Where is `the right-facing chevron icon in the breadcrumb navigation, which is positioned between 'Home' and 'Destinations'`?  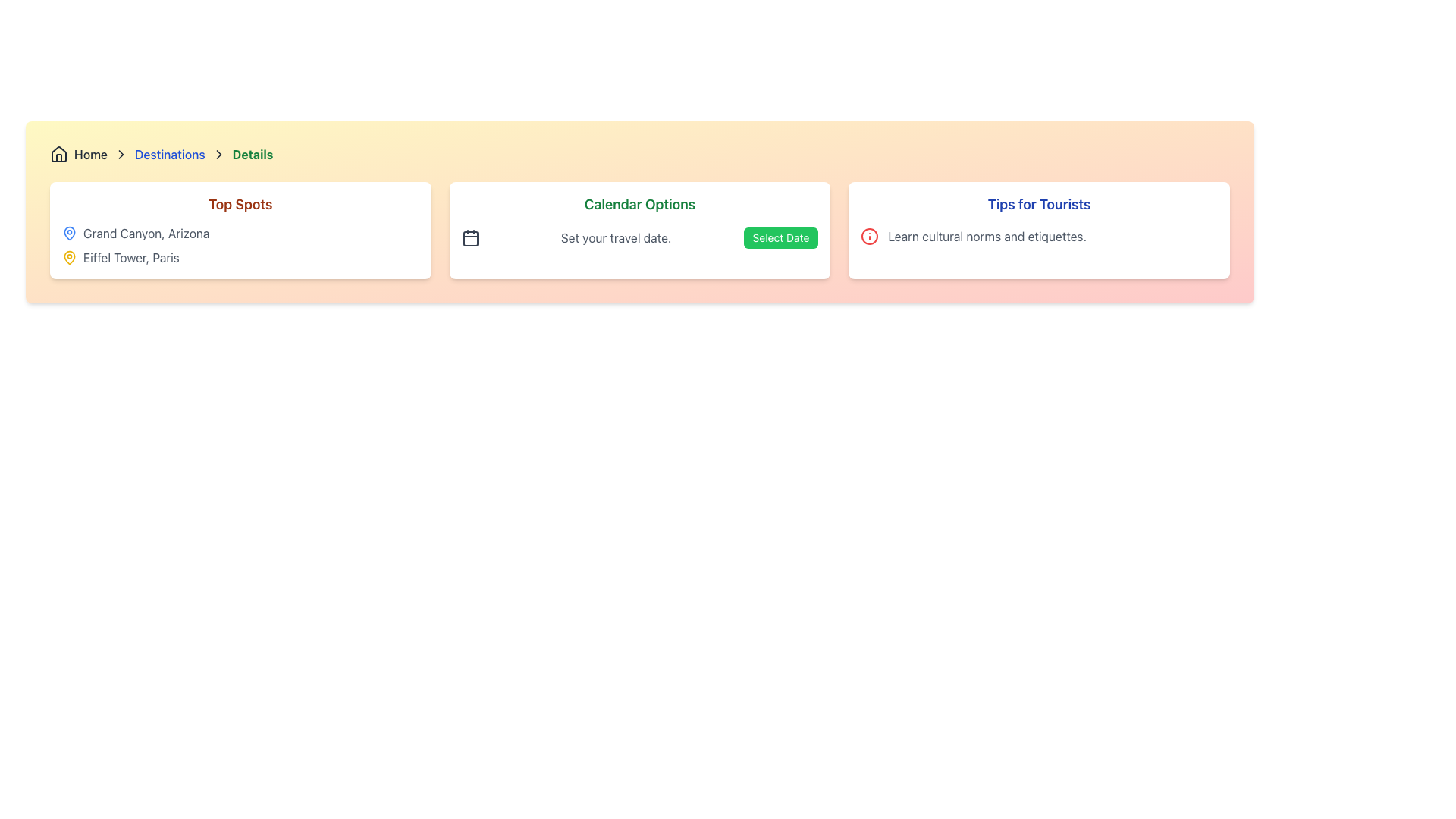 the right-facing chevron icon in the breadcrumb navigation, which is positioned between 'Home' and 'Destinations' is located at coordinates (120, 155).